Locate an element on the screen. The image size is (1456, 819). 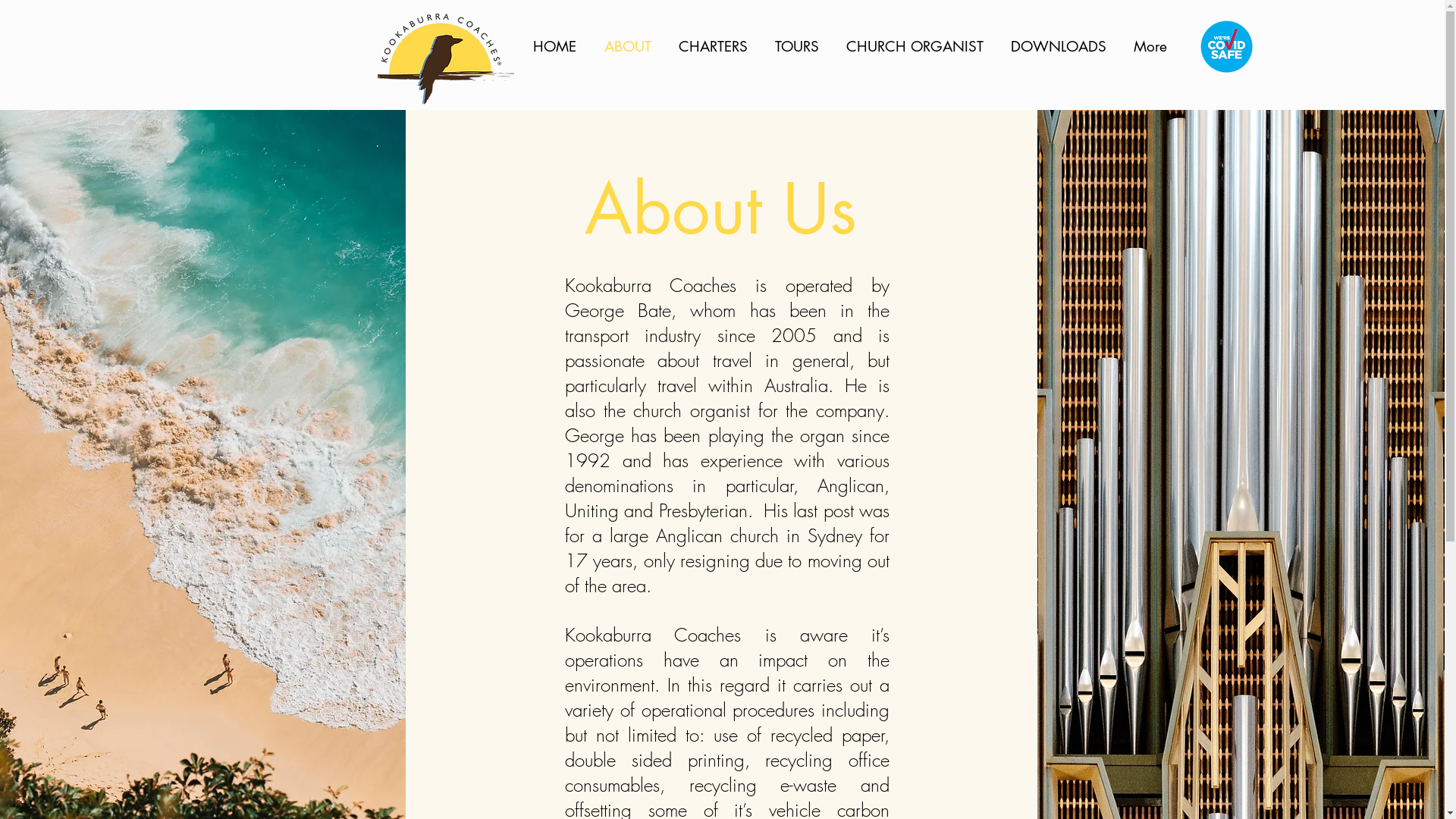
'ABOUT' is located at coordinates (629, 45).